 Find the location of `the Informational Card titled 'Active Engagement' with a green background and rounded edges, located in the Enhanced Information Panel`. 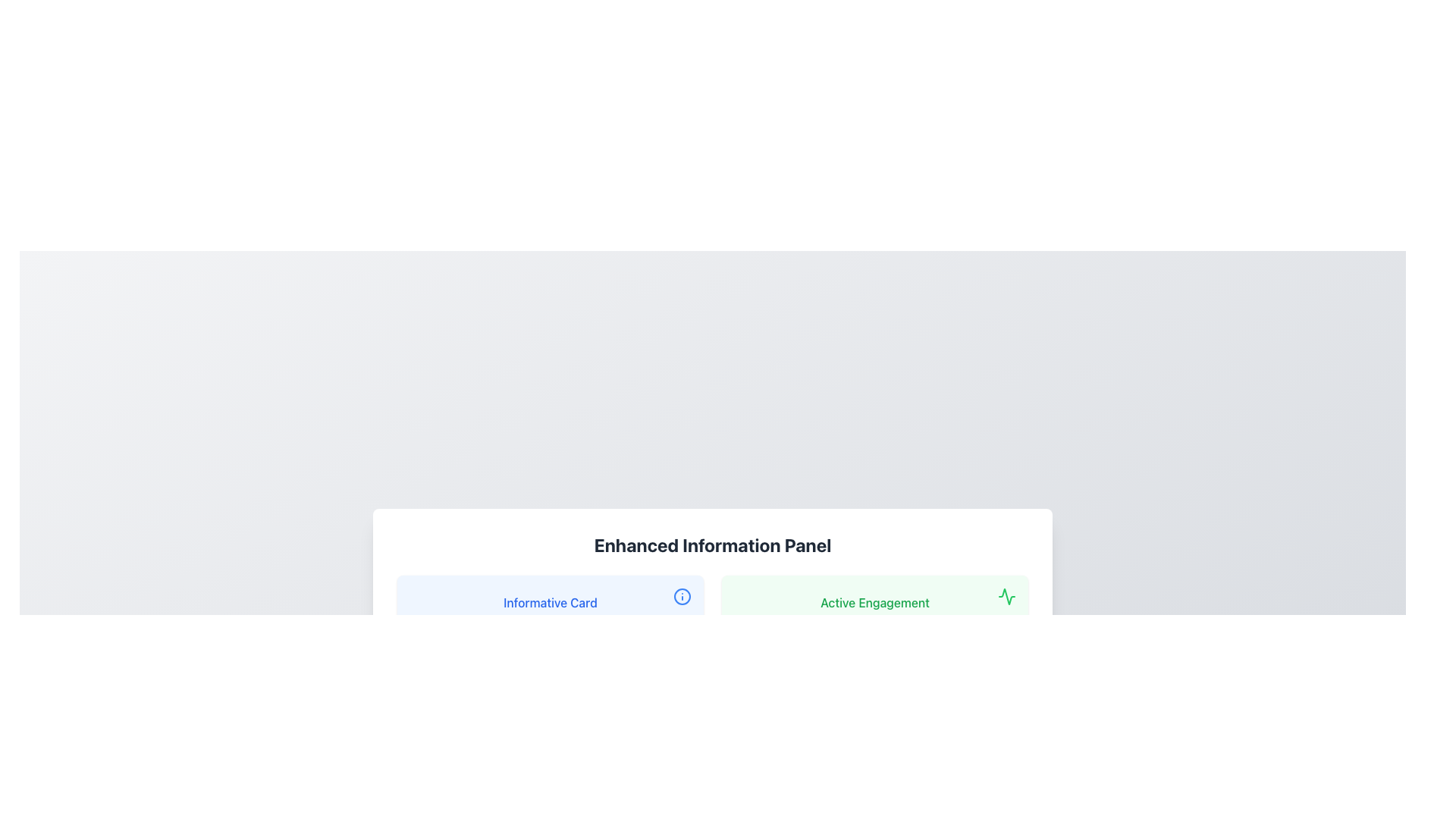

the Informational Card titled 'Active Engagement' with a green background and rounded edges, located in the Enhanced Information Panel is located at coordinates (874, 623).